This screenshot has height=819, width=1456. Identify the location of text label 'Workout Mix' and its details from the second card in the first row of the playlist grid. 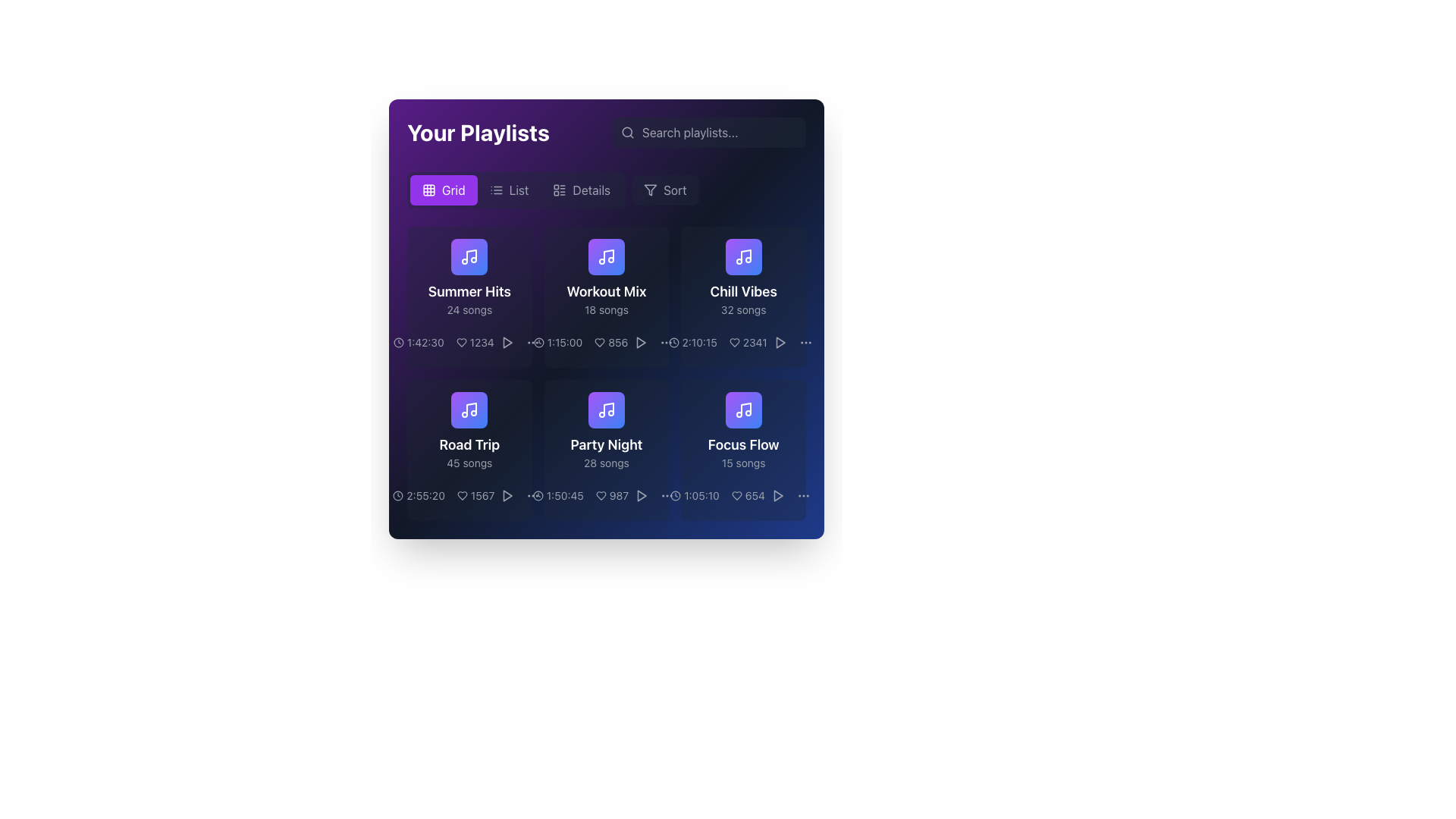
(607, 299).